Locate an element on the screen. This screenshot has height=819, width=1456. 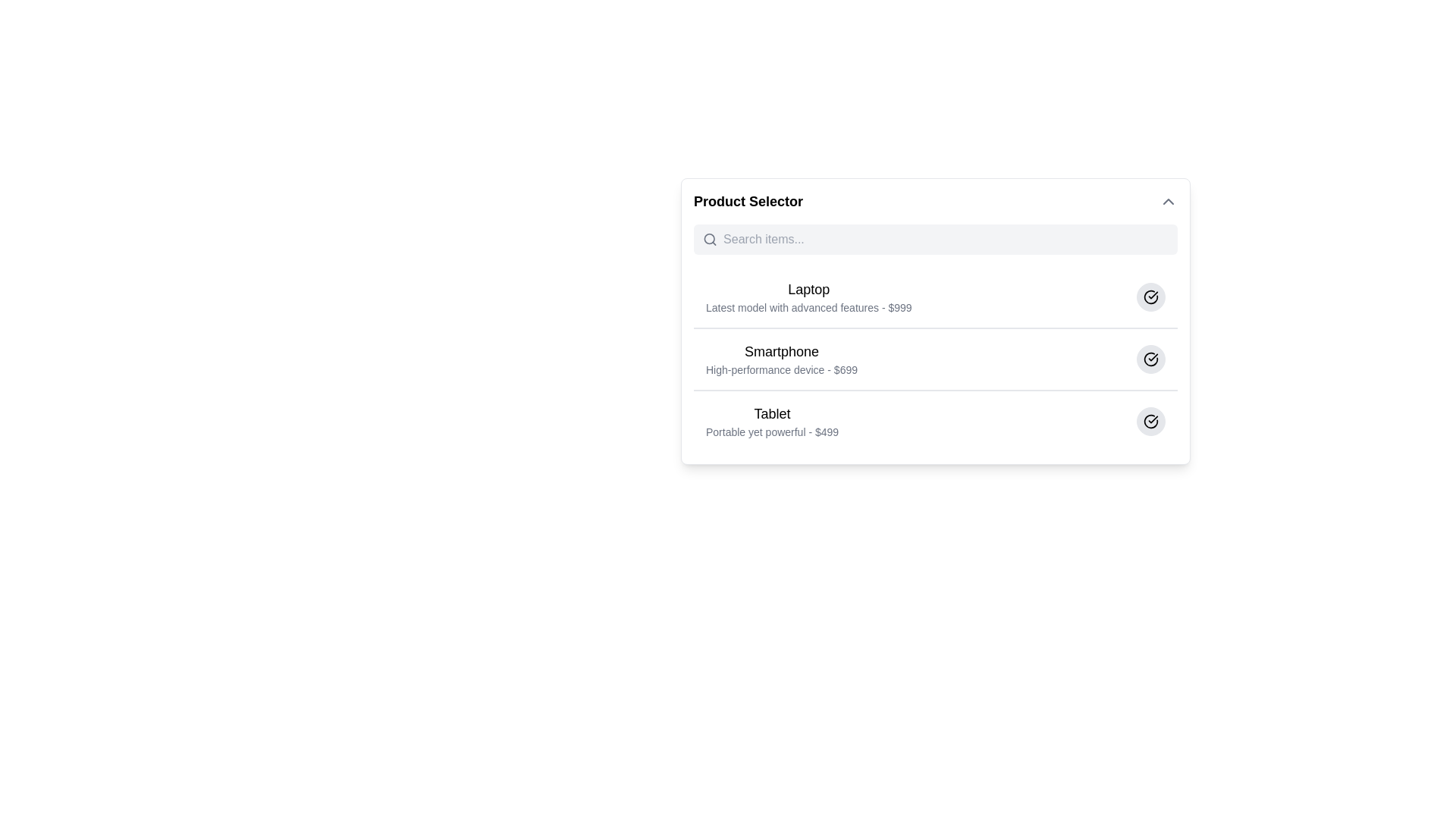
informational label indicating the name and details of the product (Laptop) within the 'Product Selector' list, specifically the first item above 'Smartphone' and 'Tablet' is located at coordinates (808, 297).